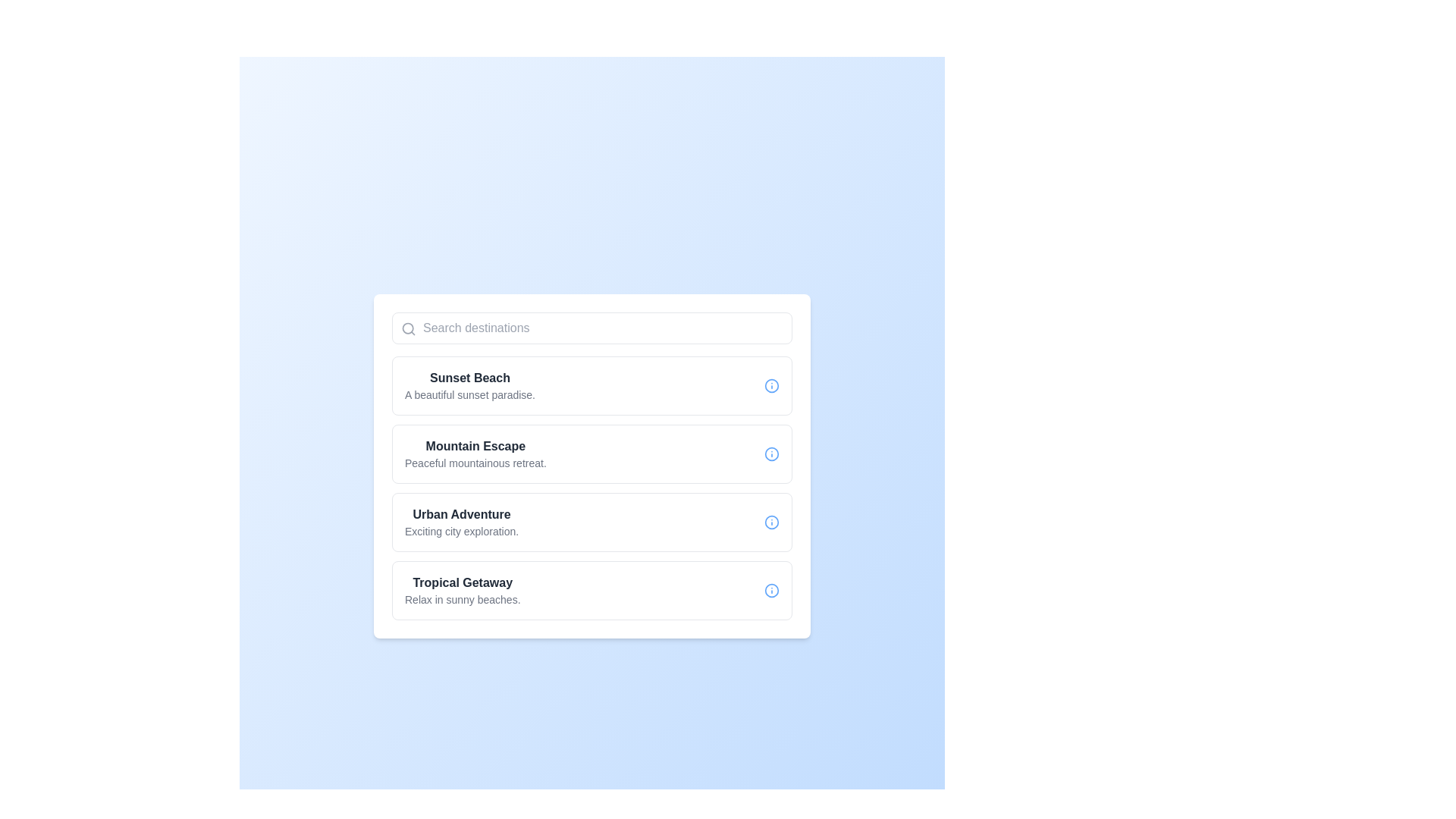 The image size is (1456, 819). What do you see at coordinates (461, 522) in the screenshot?
I see `the 'Urban Adventure' selectable option in the list of exploration destinations, which is the third option beneath 'Mountain Escape' and above 'Tropical Getaway'` at bounding box center [461, 522].